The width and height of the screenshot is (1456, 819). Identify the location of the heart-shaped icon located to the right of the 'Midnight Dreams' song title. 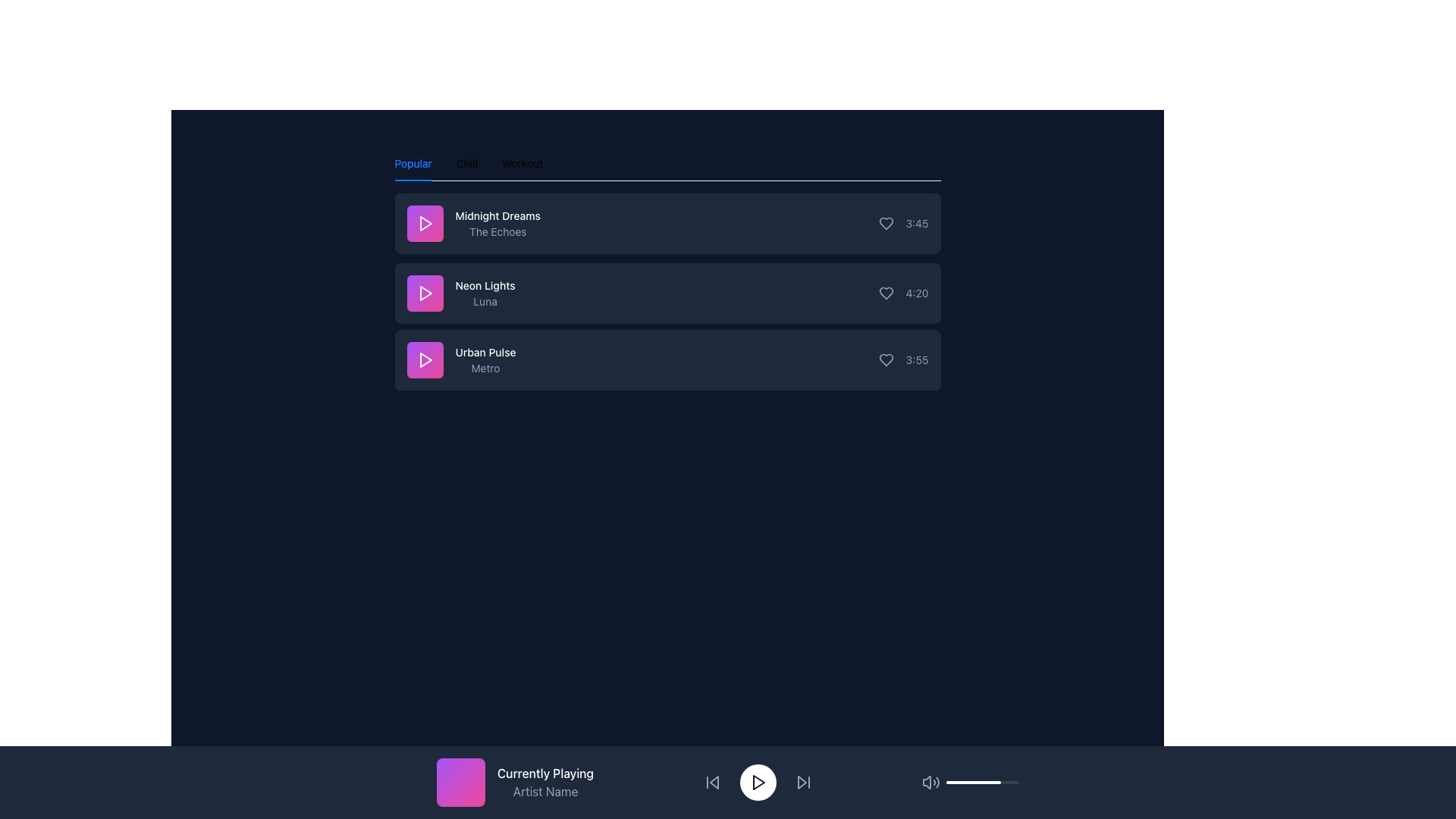
(886, 223).